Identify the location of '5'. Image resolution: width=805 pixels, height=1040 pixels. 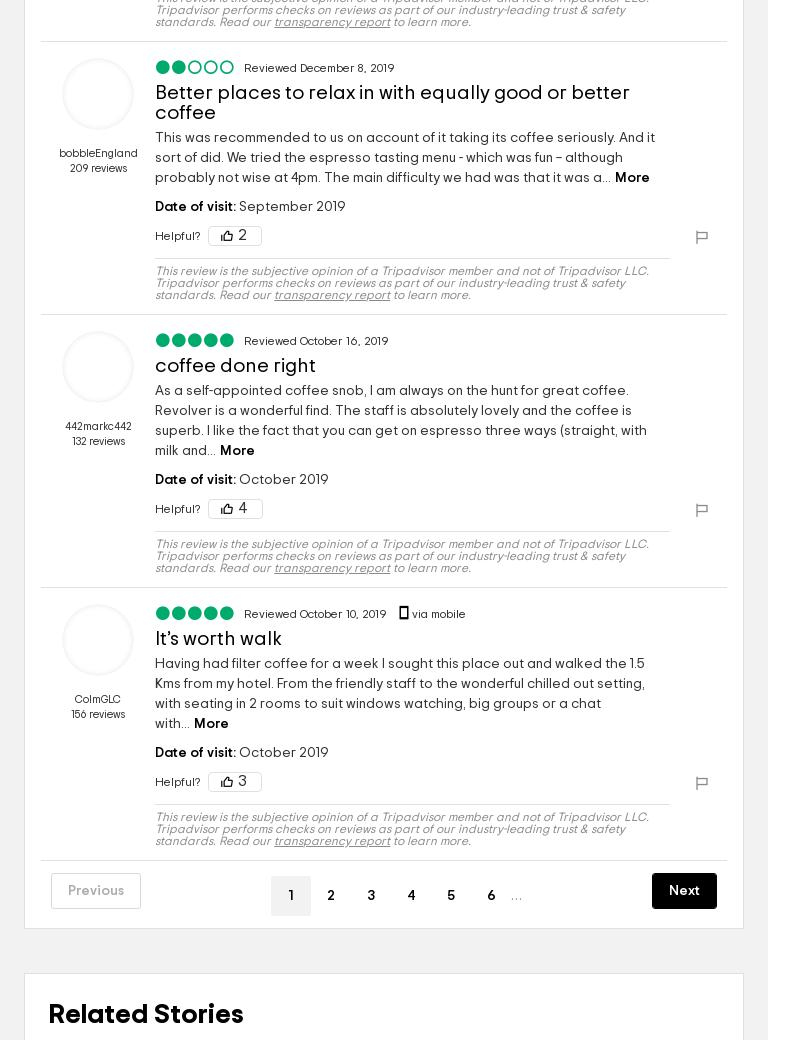
(446, 894).